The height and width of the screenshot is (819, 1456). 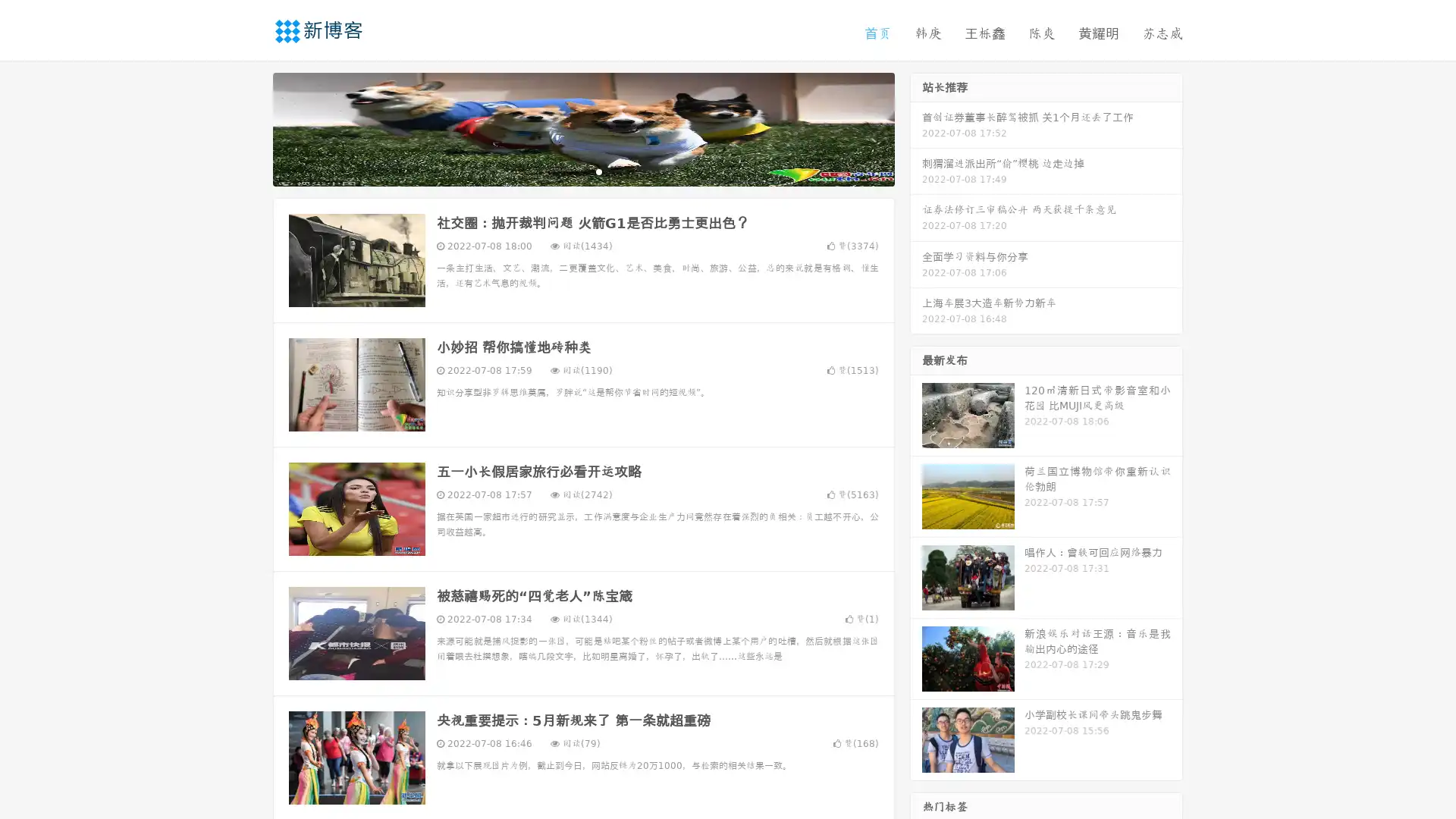 What do you see at coordinates (250, 127) in the screenshot?
I see `Previous slide` at bounding box center [250, 127].